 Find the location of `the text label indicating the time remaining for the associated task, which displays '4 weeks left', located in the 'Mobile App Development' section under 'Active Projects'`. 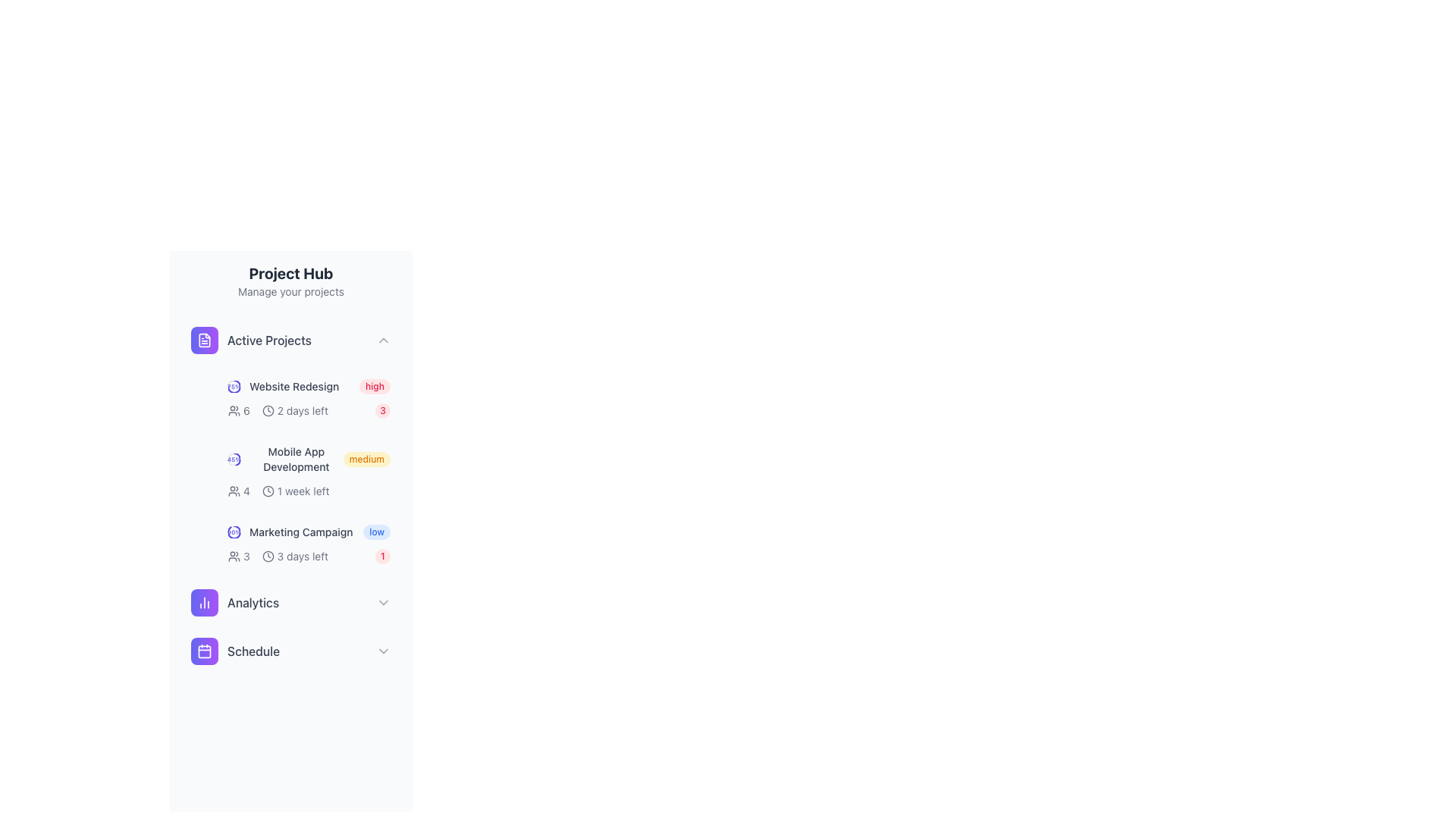

the text label indicating the time remaining for the associated task, which displays '4 weeks left', located in the 'Mobile App Development' section under 'Active Projects' is located at coordinates (278, 491).